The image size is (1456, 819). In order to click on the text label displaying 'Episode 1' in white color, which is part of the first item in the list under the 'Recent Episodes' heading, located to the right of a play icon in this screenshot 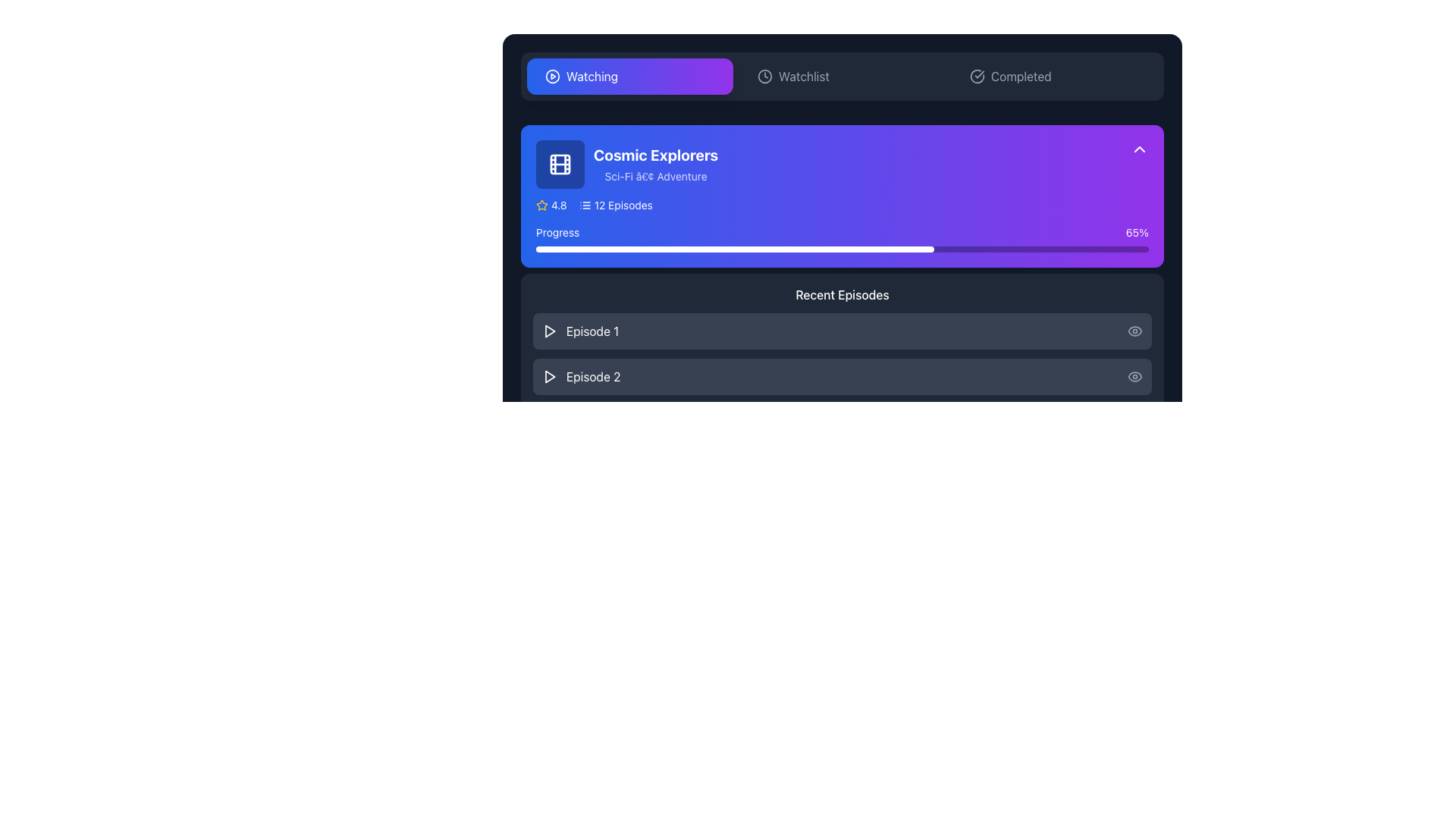, I will do `click(591, 330)`.